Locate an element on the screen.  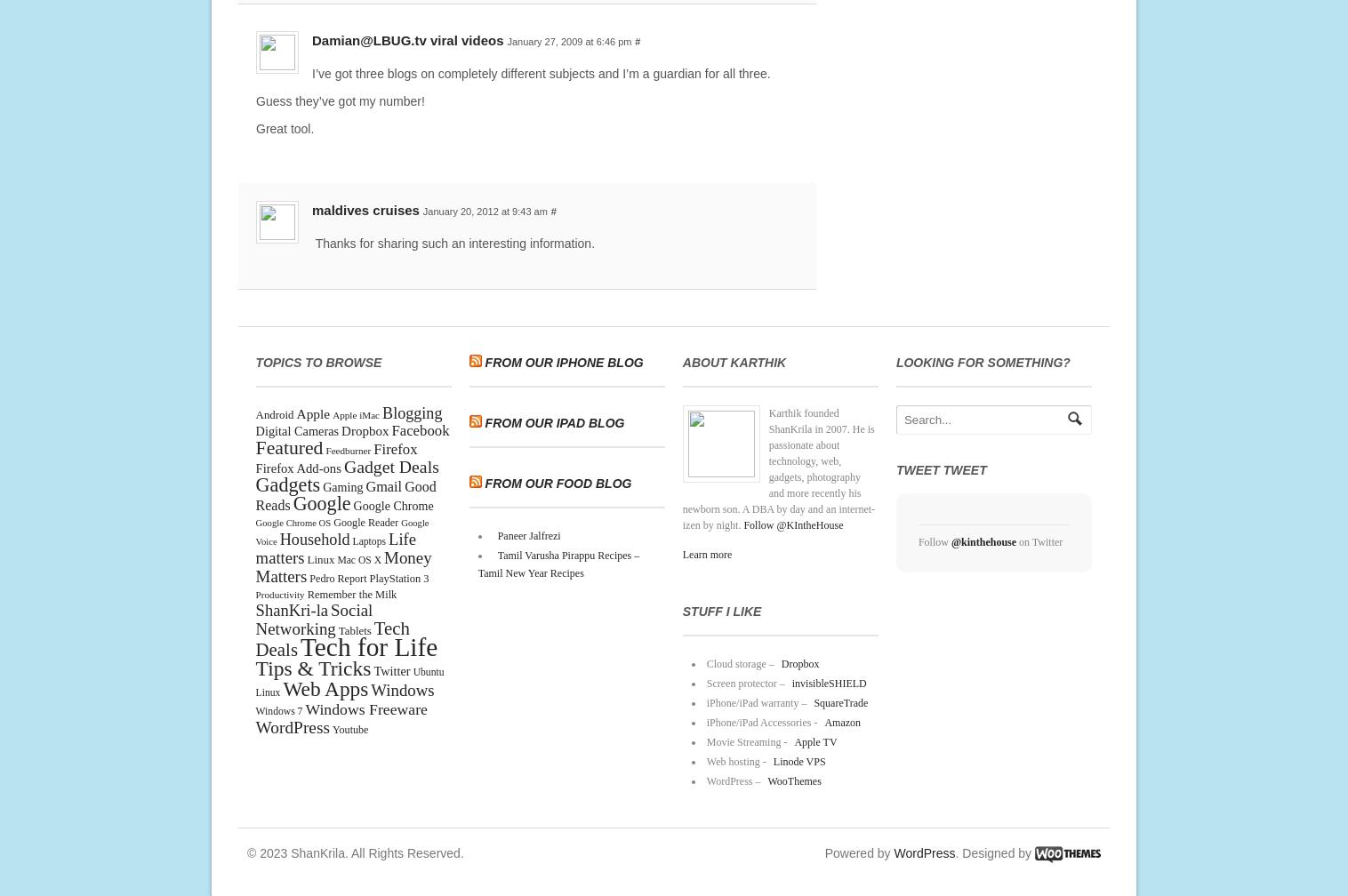
'Apple TV' is located at coordinates (793, 741).